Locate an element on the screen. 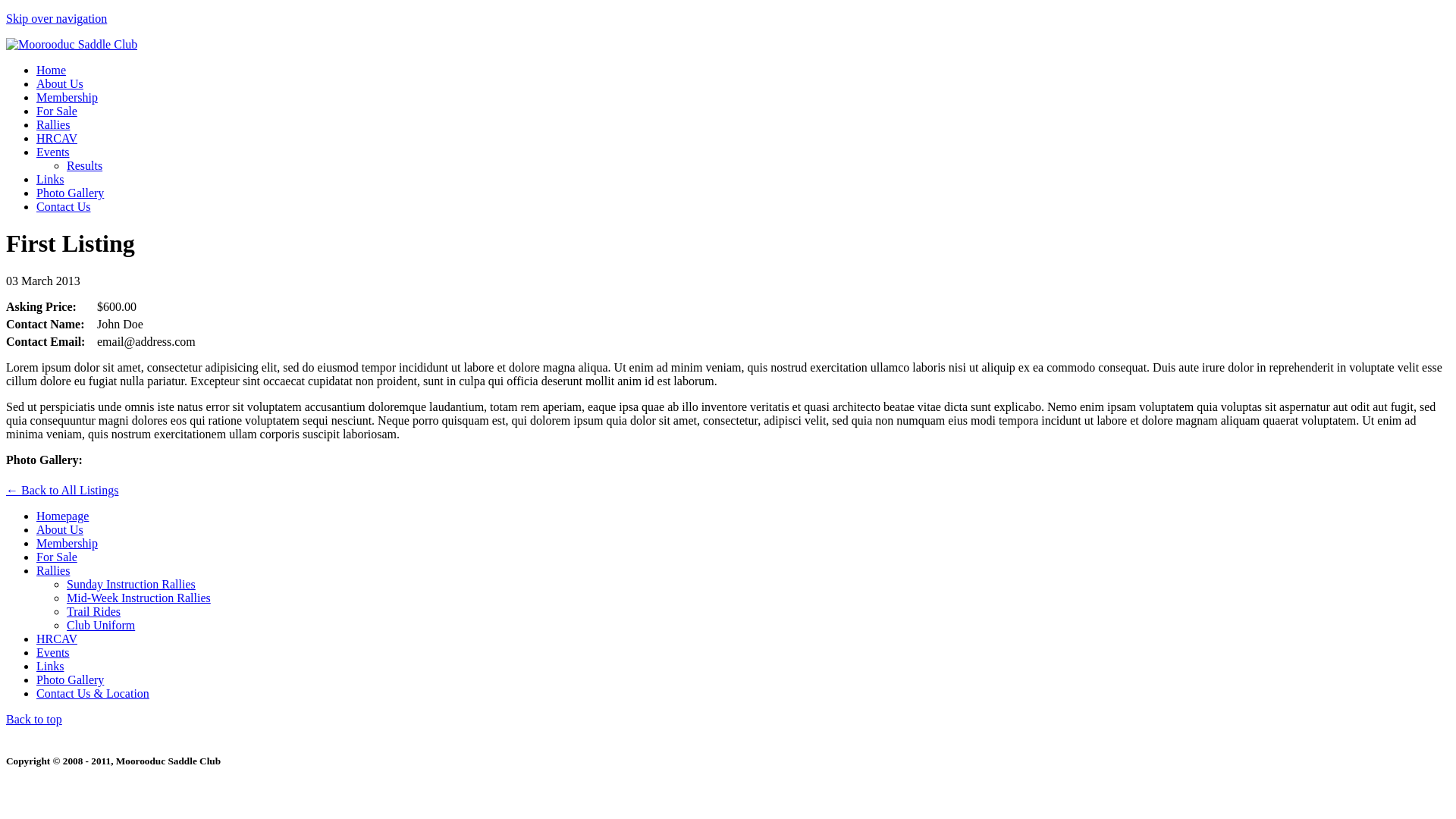 The height and width of the screenshot is (819, 1456). 'Membership' is located at coordinates (66, 542).